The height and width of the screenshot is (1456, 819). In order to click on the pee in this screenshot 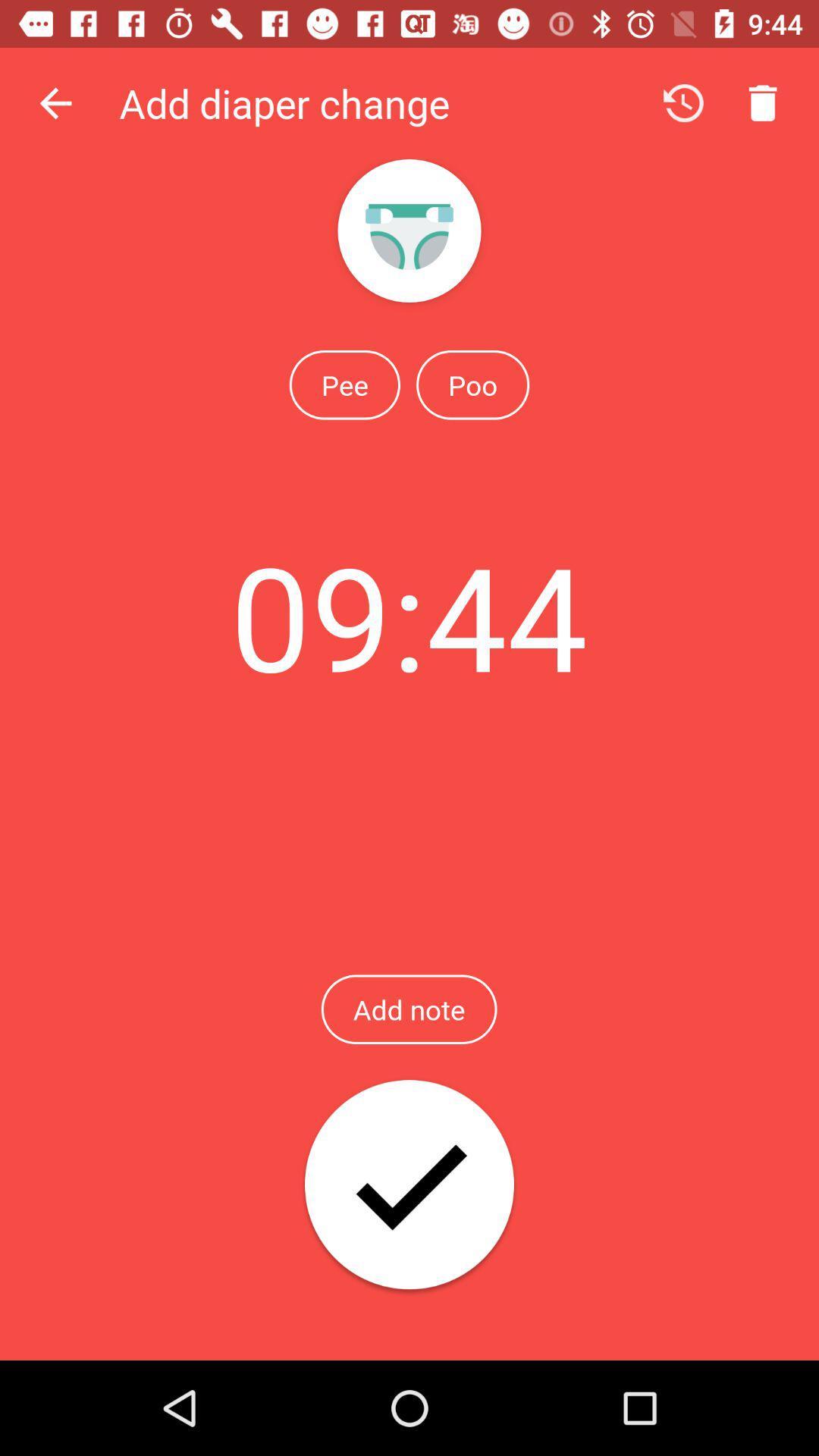, I will do `click(344, 384)`.